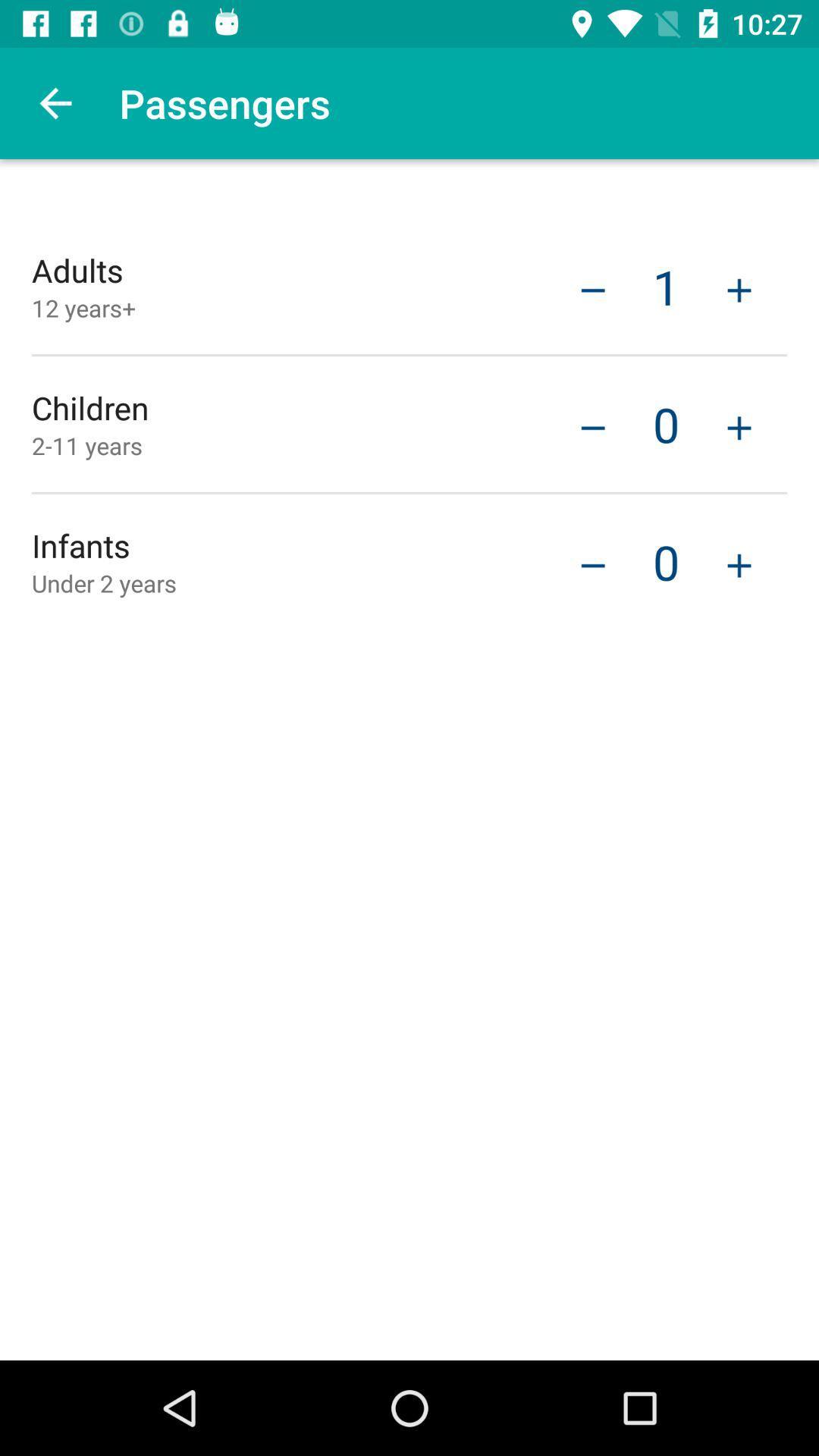  I want to click on item to the left of the 0, so click(592, 563).